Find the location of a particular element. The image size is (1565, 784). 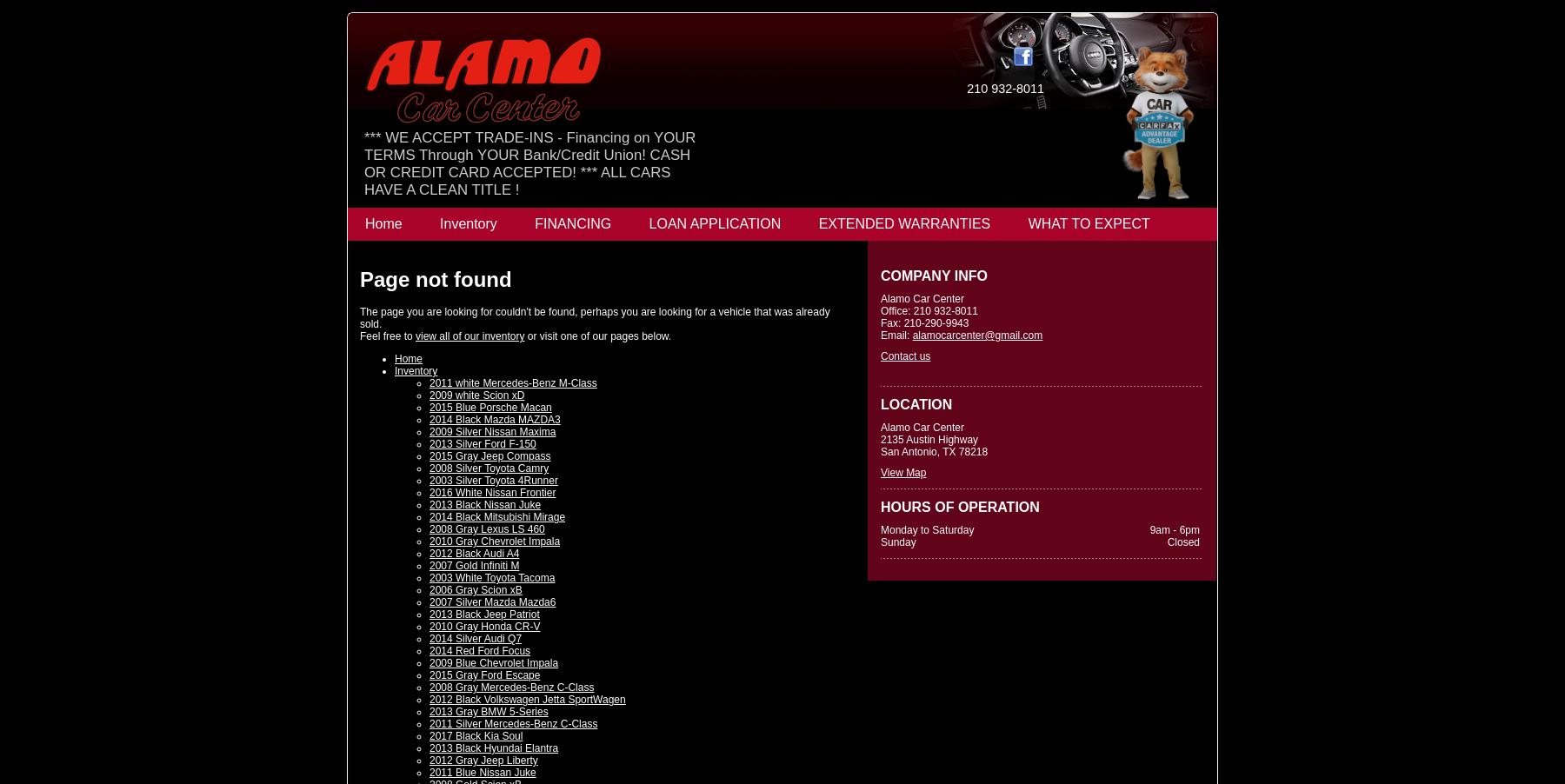

'2003 White Toyota Tacoma' is located at coordinates (491, 577).